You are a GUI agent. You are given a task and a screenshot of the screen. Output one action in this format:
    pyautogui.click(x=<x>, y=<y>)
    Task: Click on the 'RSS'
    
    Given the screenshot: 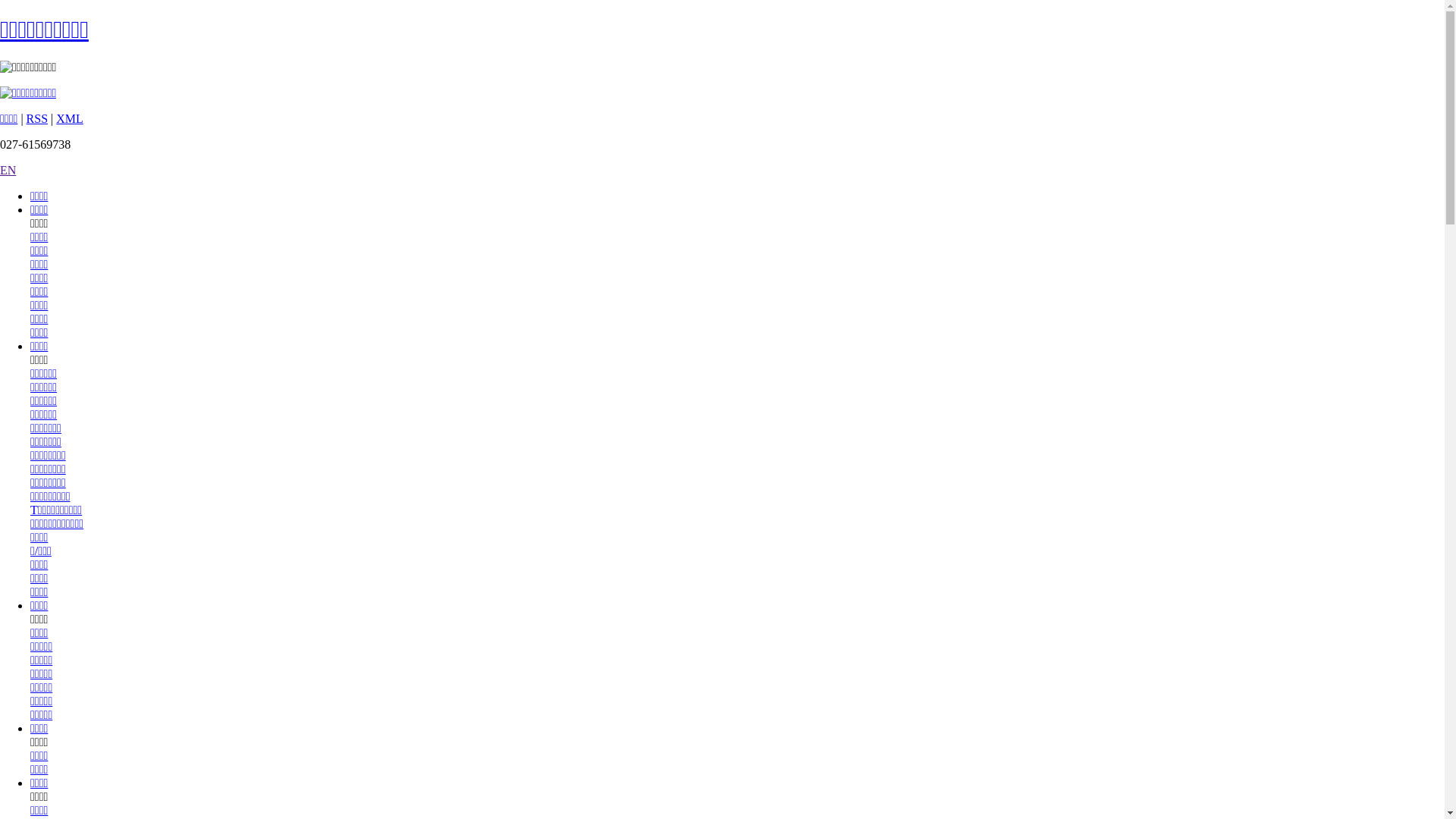 What is the action you would take?
    pyautogui.click(x=36, y=118)
    